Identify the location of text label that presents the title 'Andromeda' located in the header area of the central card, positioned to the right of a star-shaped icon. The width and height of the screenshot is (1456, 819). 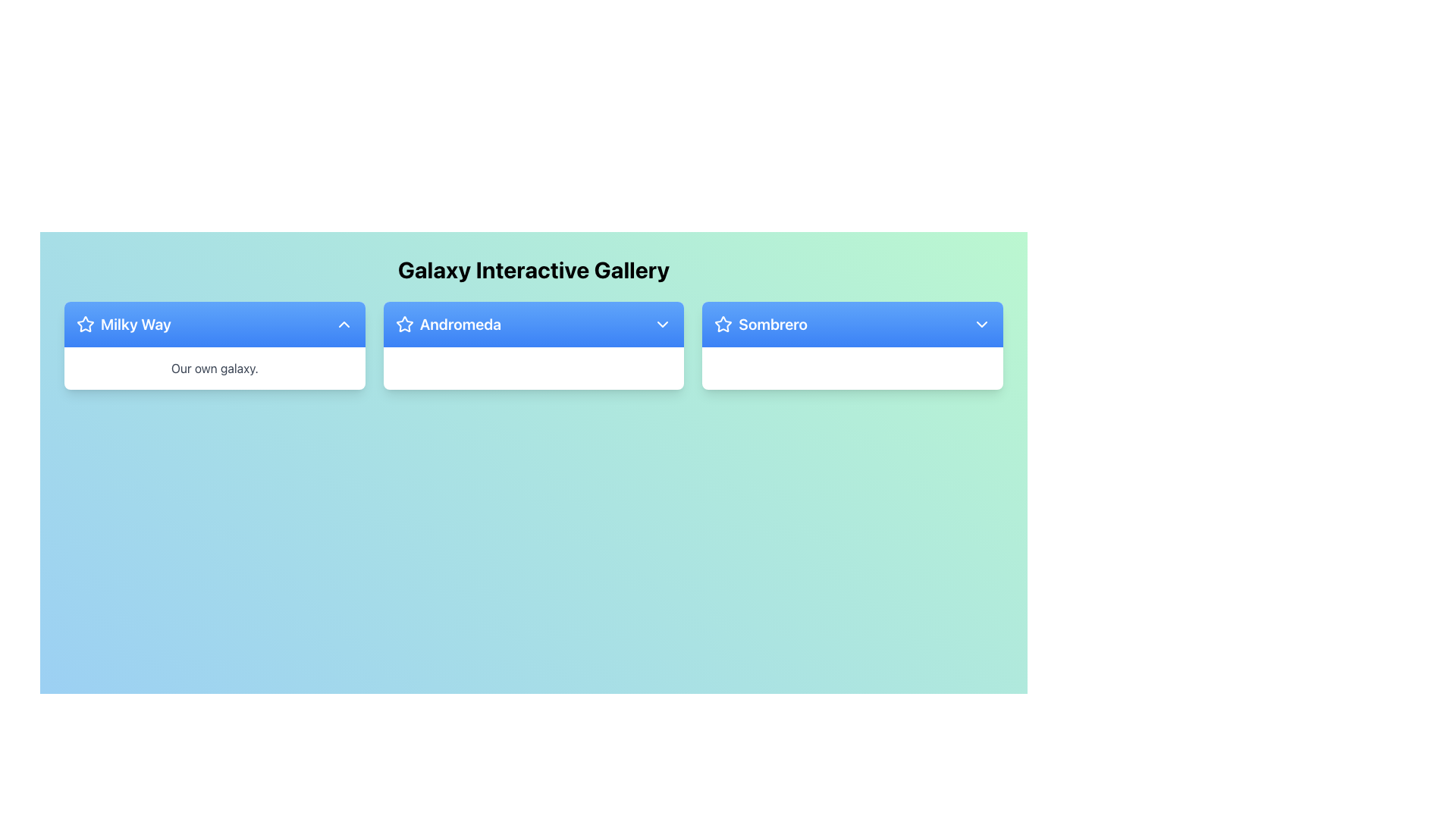
(447, 324).